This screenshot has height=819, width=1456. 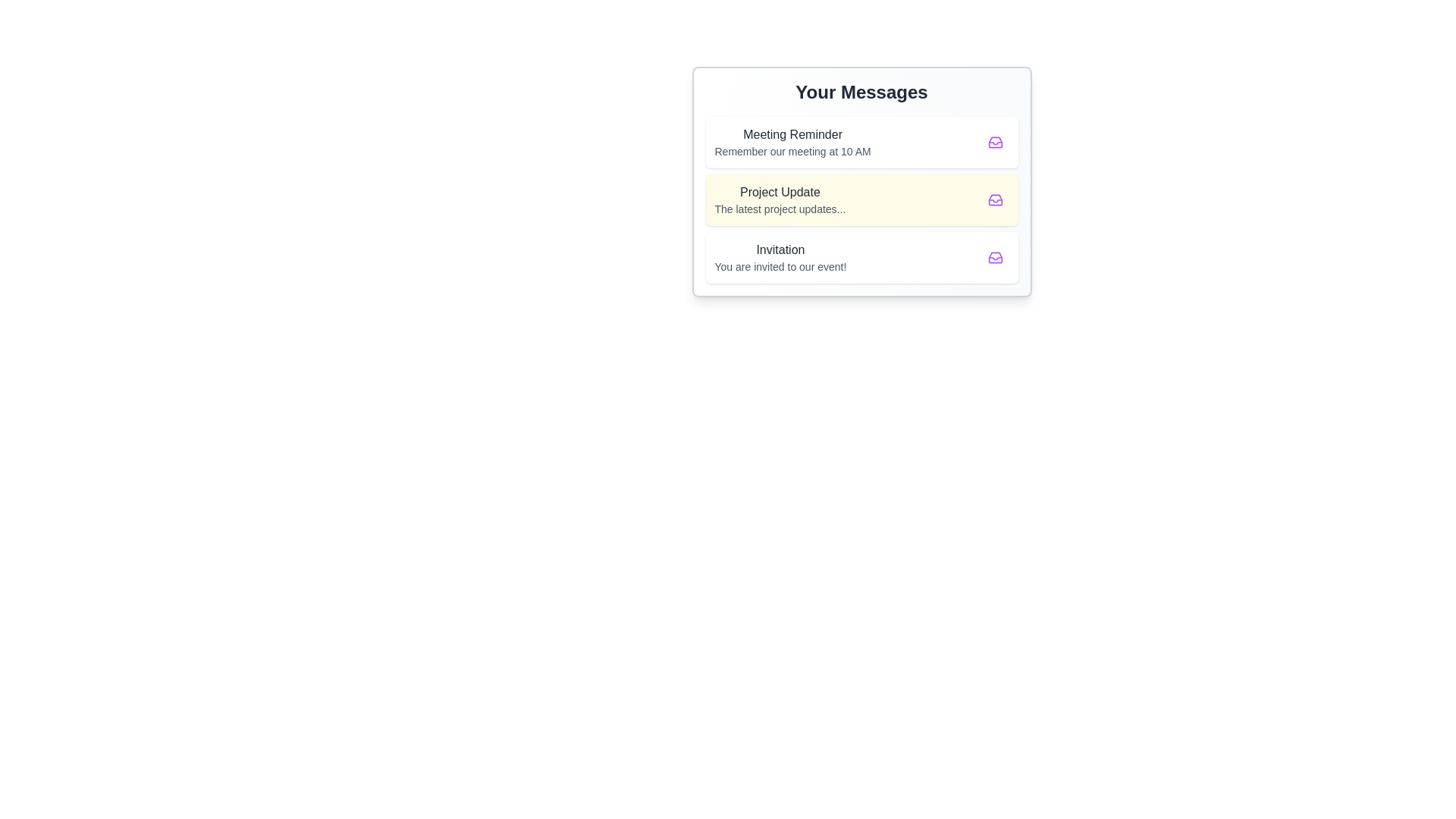 What do you see at coordinates (995, 143) in the screenshot?
I see `the button to view the details of the message titled 'Meeting Reminder'` at bounding box center [995, 143].